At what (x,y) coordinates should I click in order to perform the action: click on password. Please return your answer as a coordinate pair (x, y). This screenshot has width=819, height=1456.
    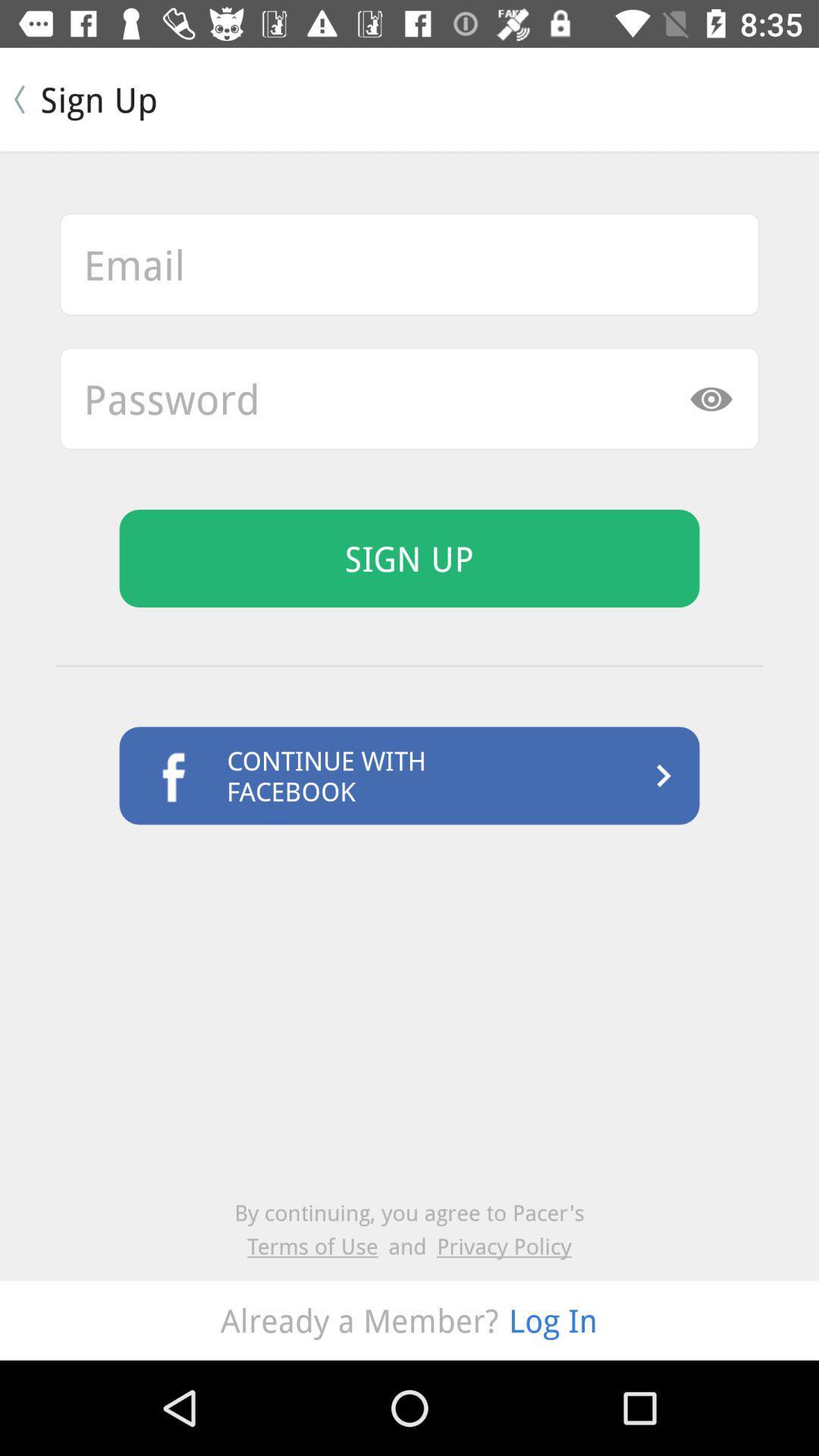
    Looking at the image, I should click on (409, 398).